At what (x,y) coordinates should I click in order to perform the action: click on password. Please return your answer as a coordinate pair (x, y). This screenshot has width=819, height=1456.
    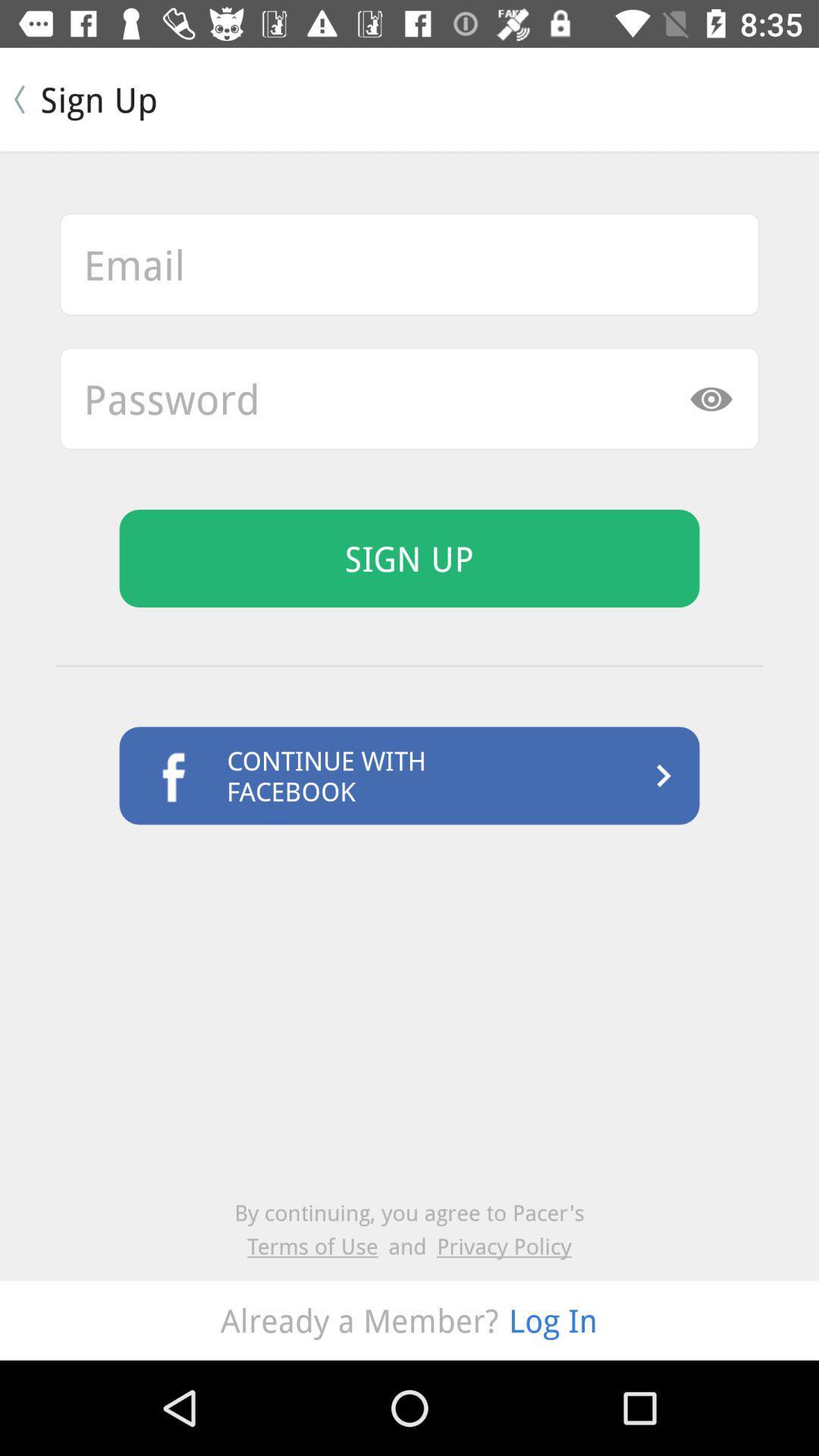
    Looking at the image, I should click on (409, 398).